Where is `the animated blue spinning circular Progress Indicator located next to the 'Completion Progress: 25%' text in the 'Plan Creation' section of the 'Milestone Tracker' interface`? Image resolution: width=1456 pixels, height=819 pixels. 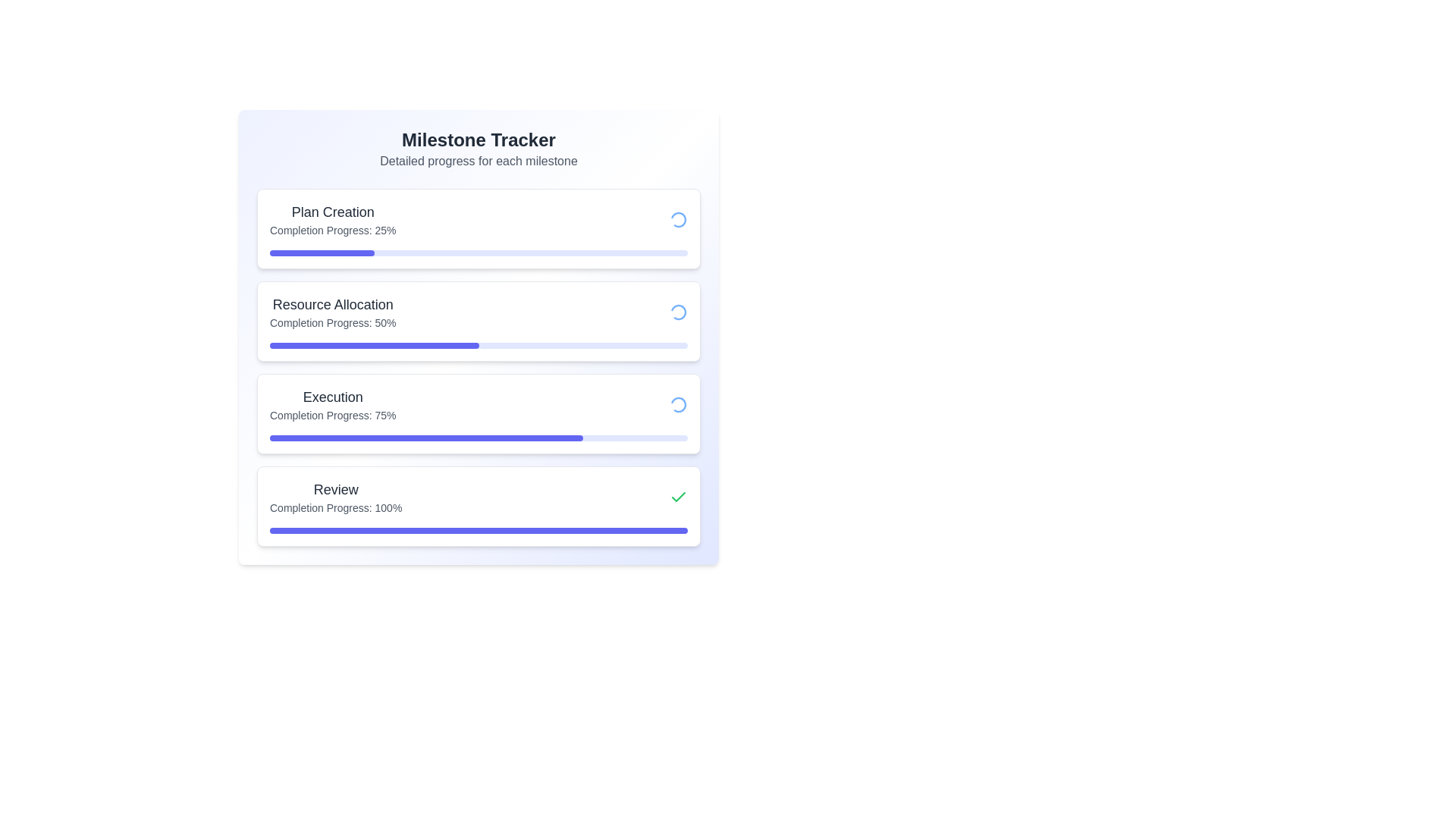 the animated blue spinning circular Progress Indicator located next to the 'Completion Progress: 25%' text in the 'Plan Creation' section of the 'Milestone Tracker' interface is located at coordinates (677, 219).